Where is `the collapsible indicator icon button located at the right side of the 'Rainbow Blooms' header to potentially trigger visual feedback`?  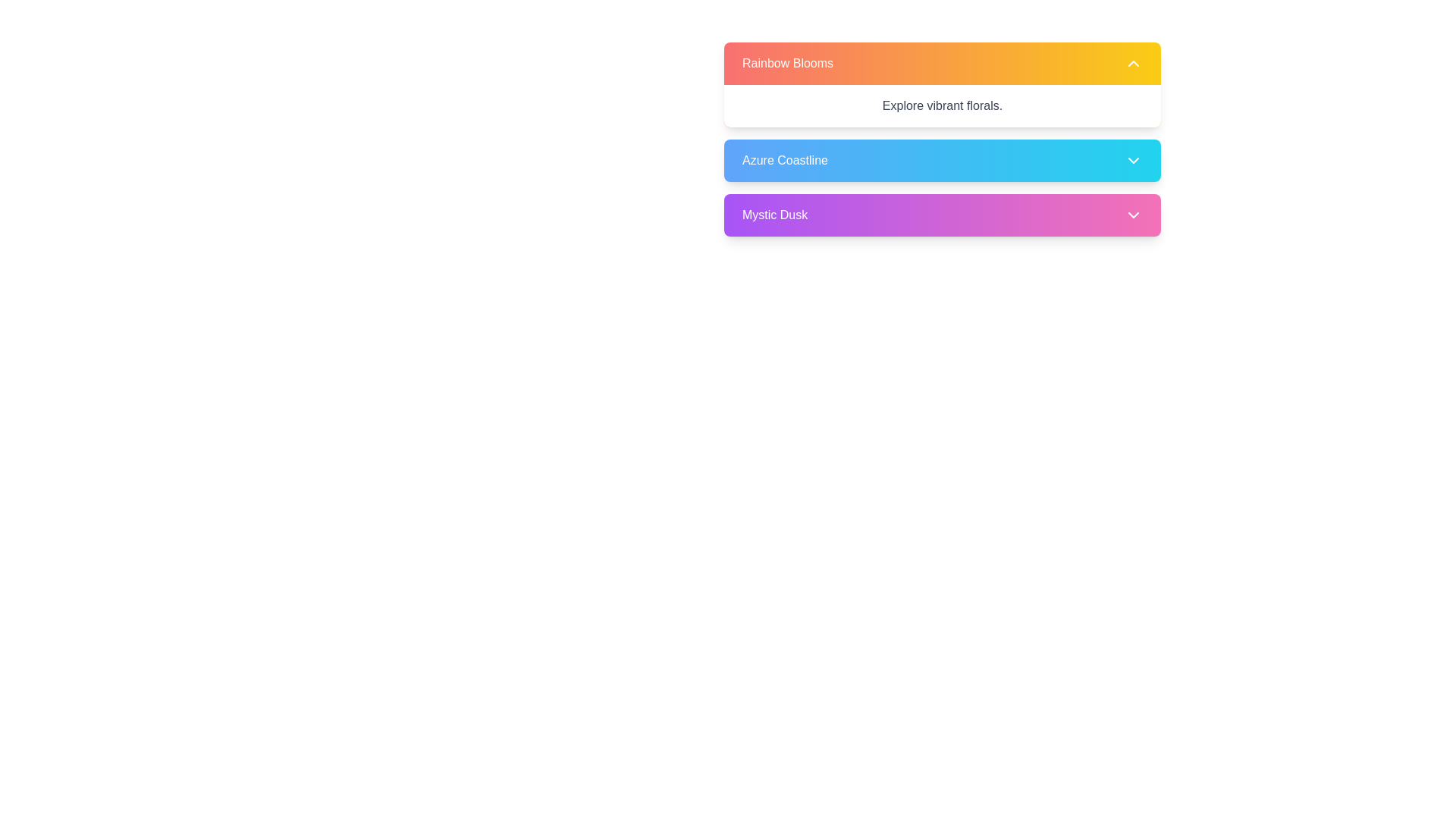 the collapsible indicator icon button located at the right side of the 'Rainbow Blooms' header to potentially trigger visual feedback is located at coordinates (1133, 63).